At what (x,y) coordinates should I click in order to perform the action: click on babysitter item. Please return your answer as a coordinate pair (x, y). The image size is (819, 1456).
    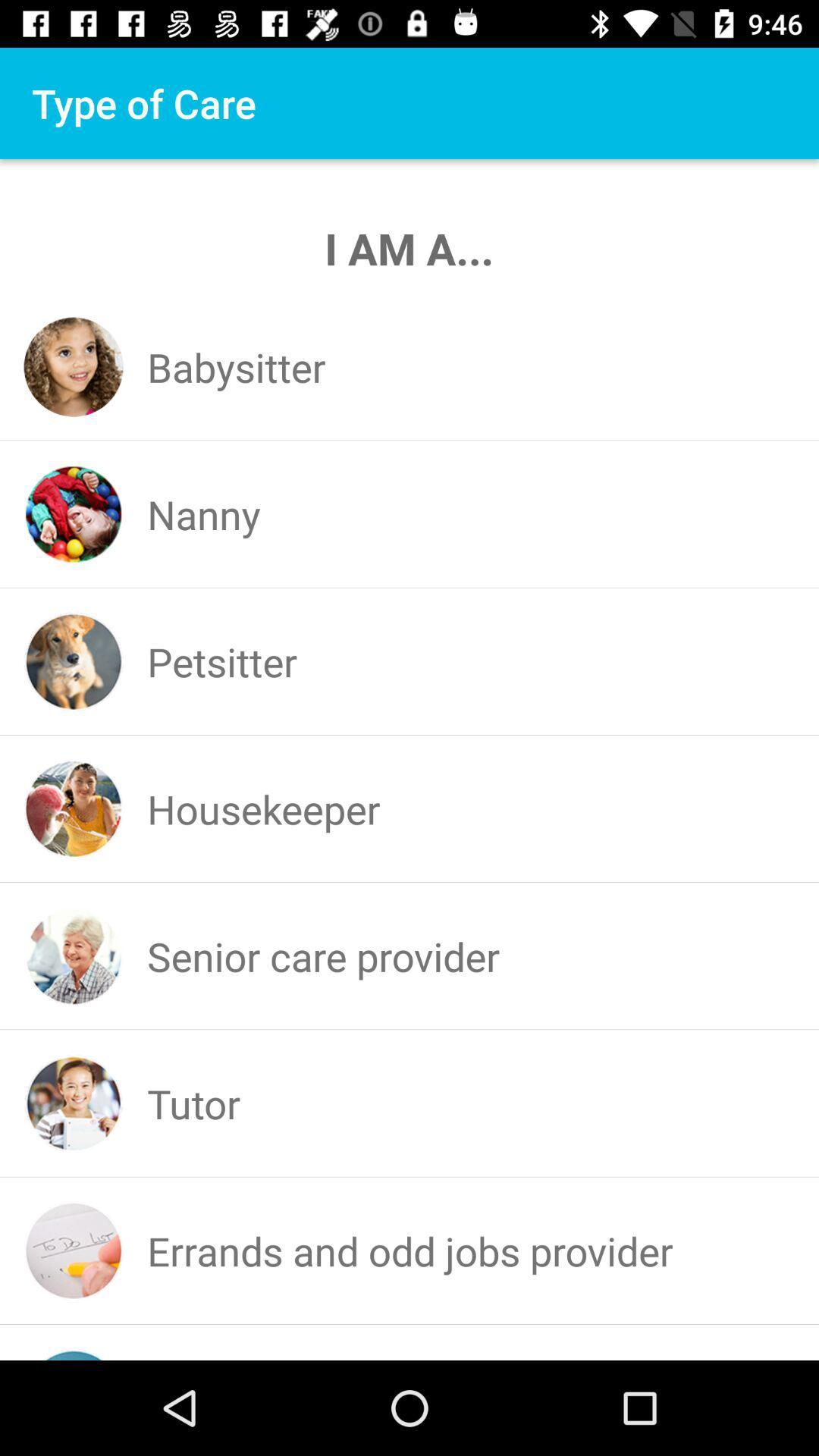
    Looking at the image, I should click on (237, 367).